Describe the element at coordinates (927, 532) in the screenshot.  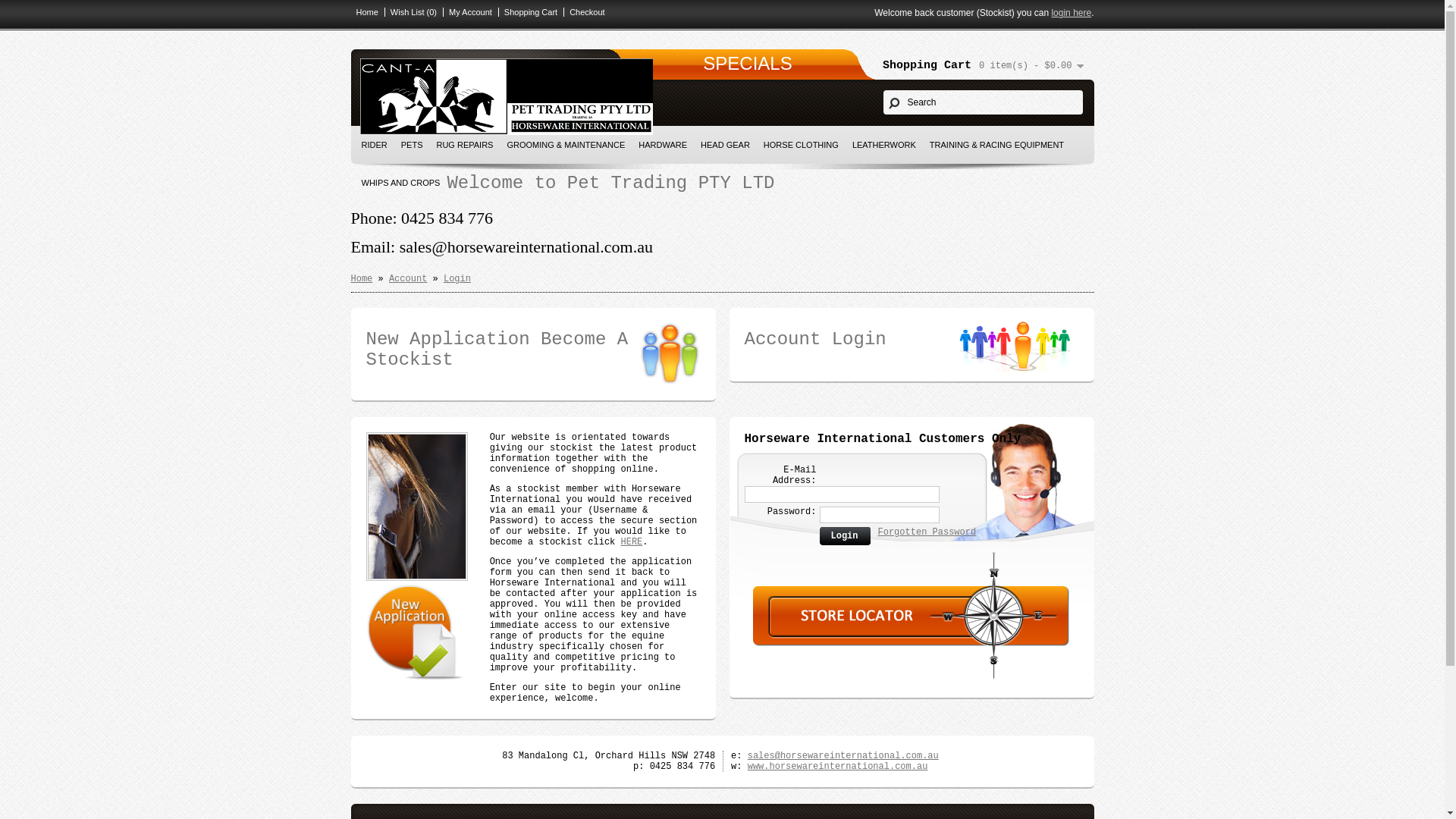
I see `'Forgotten Password'` at that location.